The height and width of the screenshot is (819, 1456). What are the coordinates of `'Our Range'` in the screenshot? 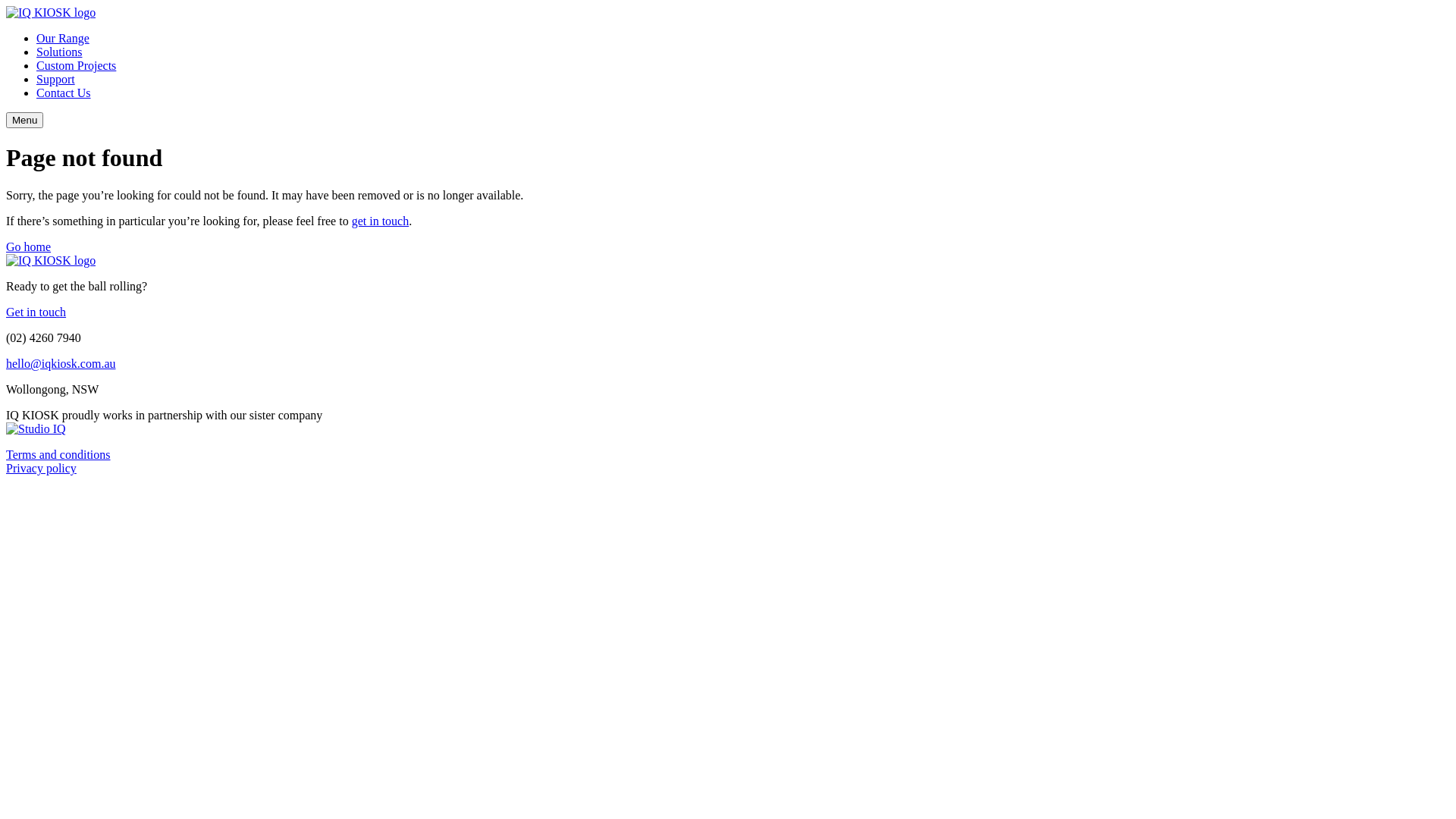 It's located at (61, 37).